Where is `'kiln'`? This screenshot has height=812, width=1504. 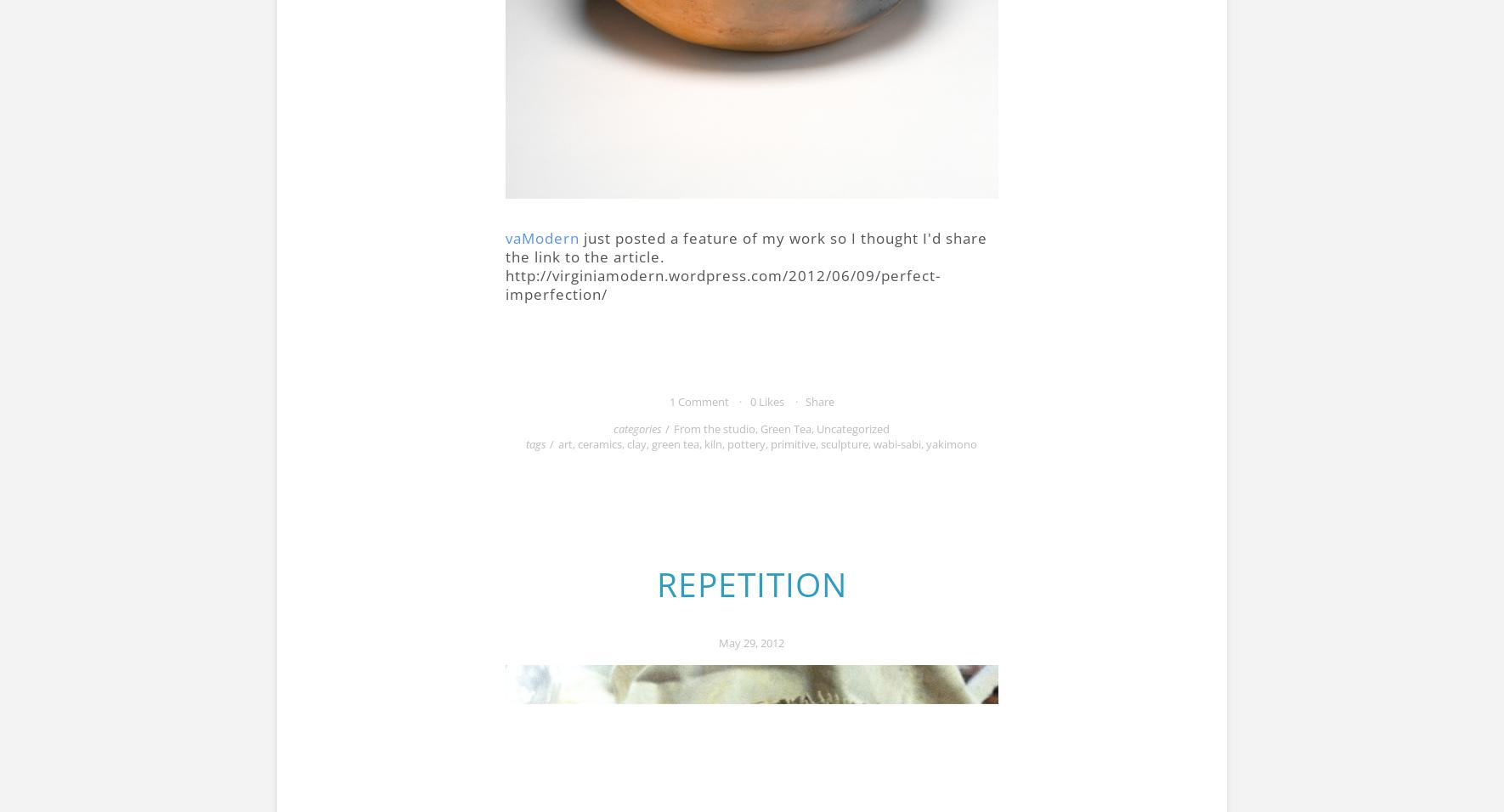 'kiln' is located at coordinates (713, 442).